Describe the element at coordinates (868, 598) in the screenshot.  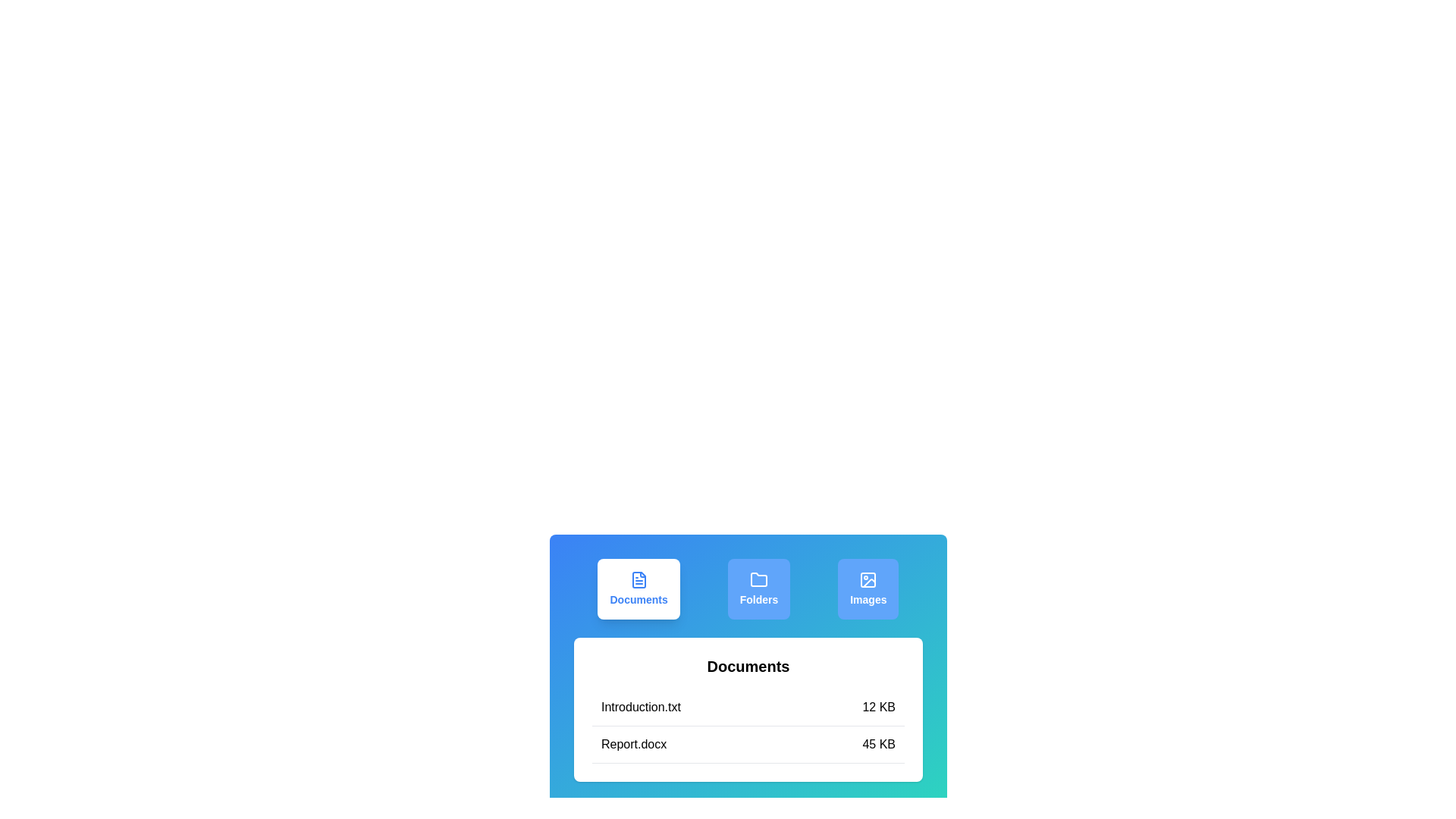
I see `text label 'Images' located within the blue rounded button on the right side of the horizontal layout` at that location.